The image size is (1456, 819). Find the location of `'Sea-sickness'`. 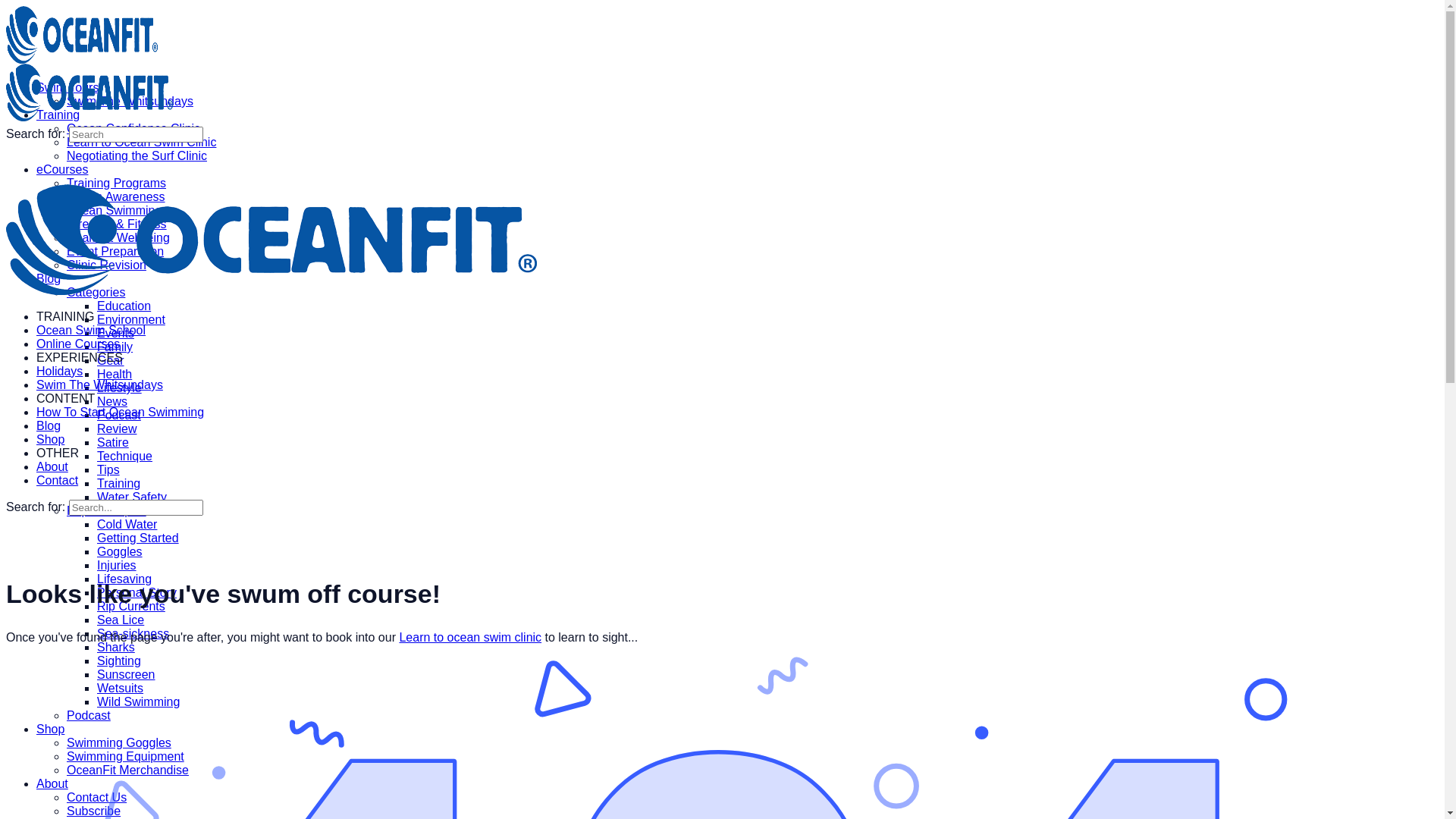

'Sea-sickness' is located at coordinates (133, 633).